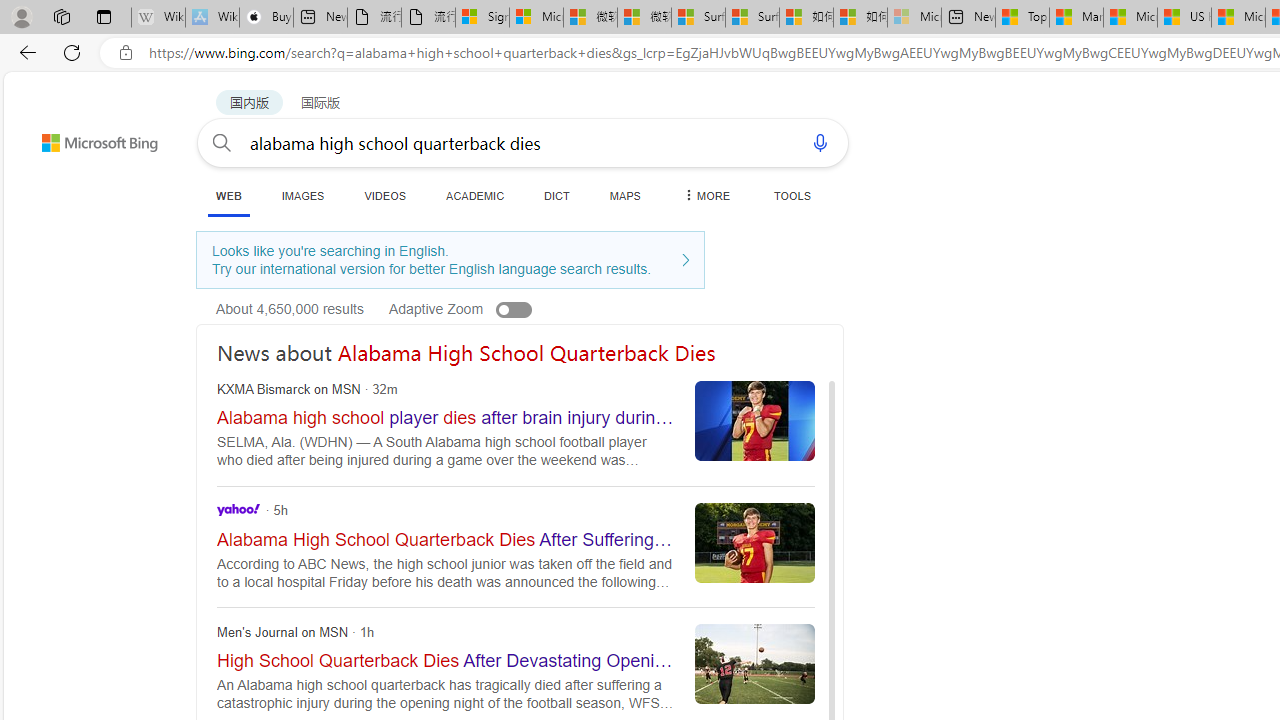 The height and width of the screenshot is (720, 1280). Describe the element at coordinates (705, 195) in the screenshot. I see `'MORE'` at that location.